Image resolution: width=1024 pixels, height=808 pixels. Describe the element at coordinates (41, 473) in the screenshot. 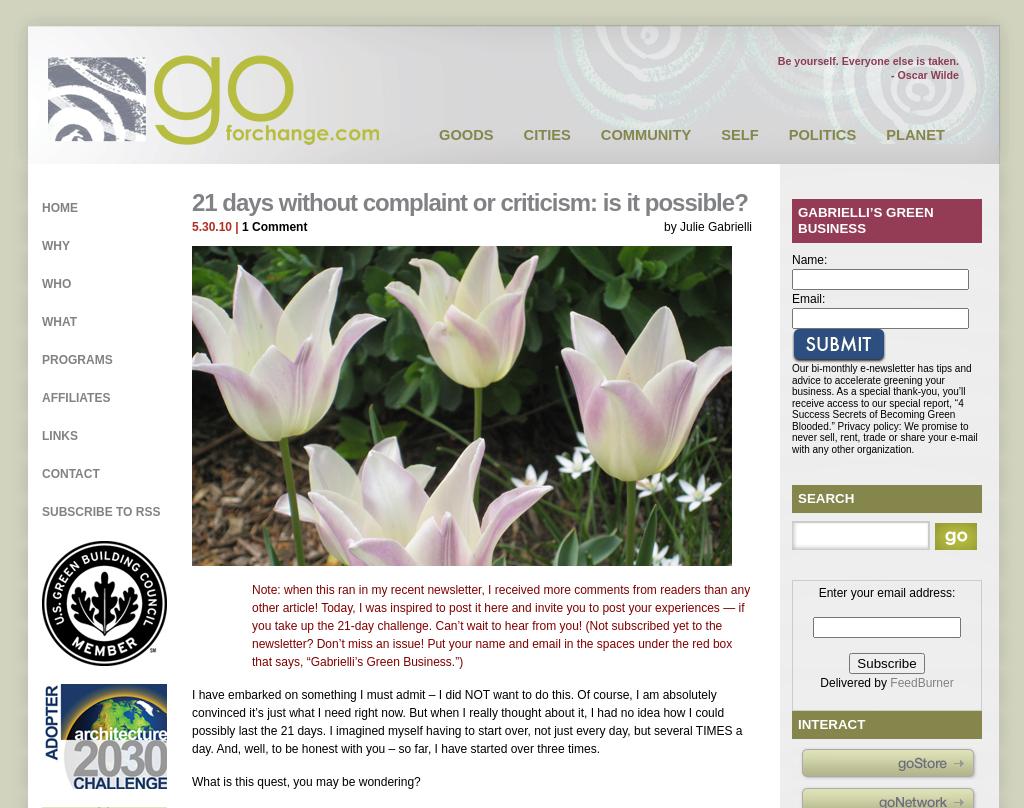

I see `'Contact'` at that location.